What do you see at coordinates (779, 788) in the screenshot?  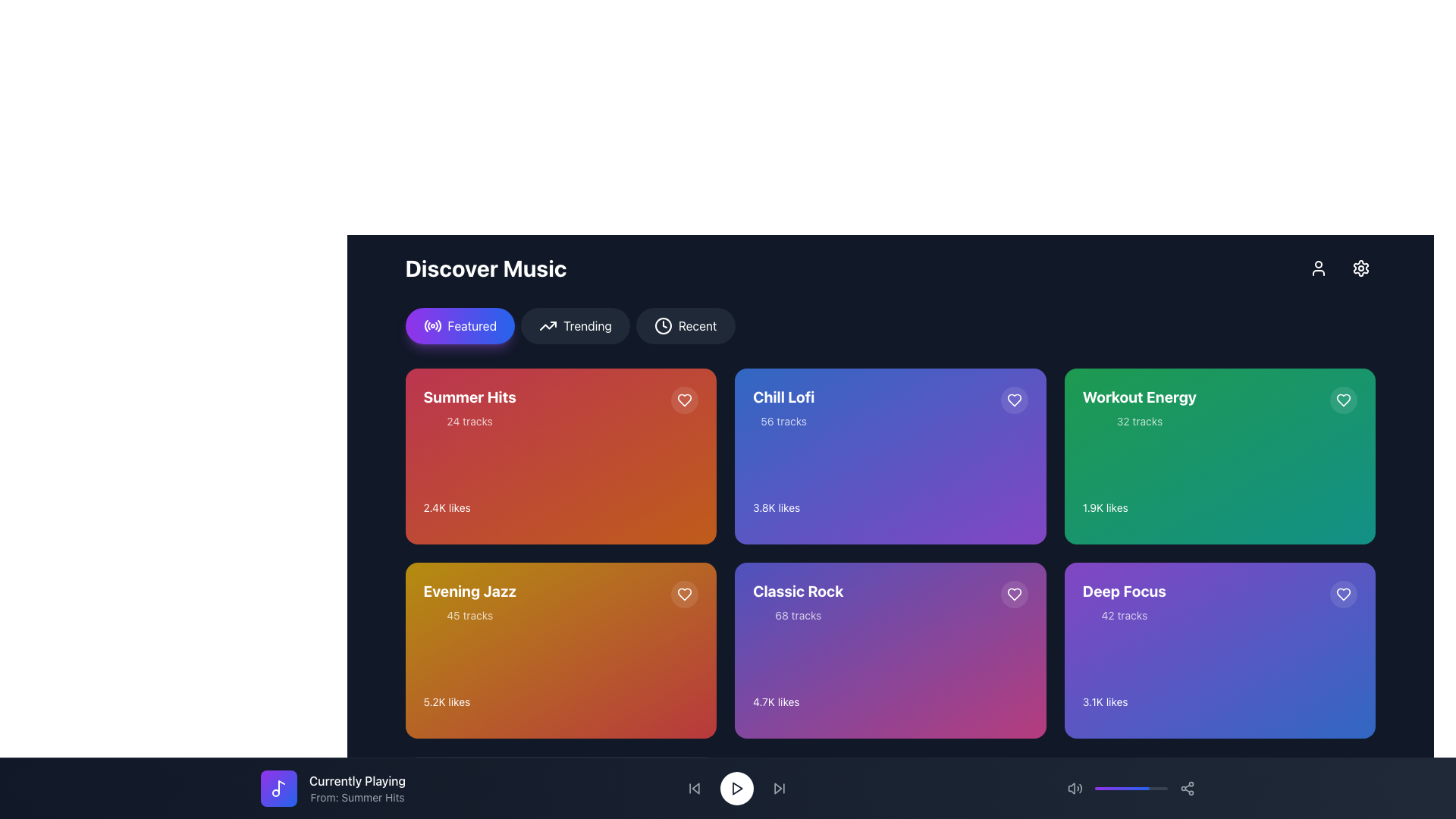 I see `the skip-forward button, which is represented by a gray forward-play icon located in the bottom-right area of the control panel` at bounding box center [779, 788].